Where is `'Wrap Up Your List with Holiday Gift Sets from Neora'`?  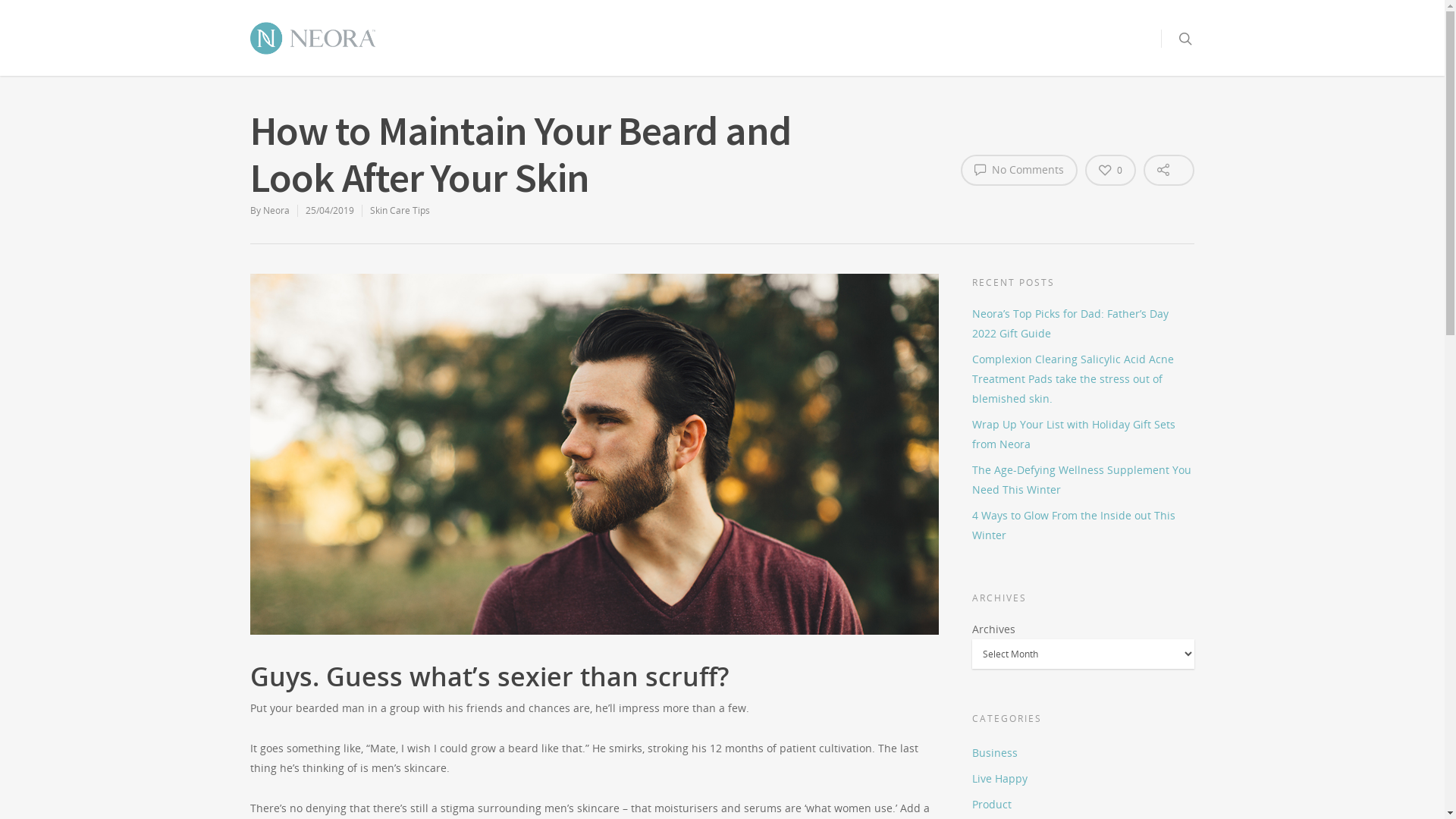 'Wrap Up Your List with Holiday Gift Sets from Neora' is located at coordinates (971, 435).